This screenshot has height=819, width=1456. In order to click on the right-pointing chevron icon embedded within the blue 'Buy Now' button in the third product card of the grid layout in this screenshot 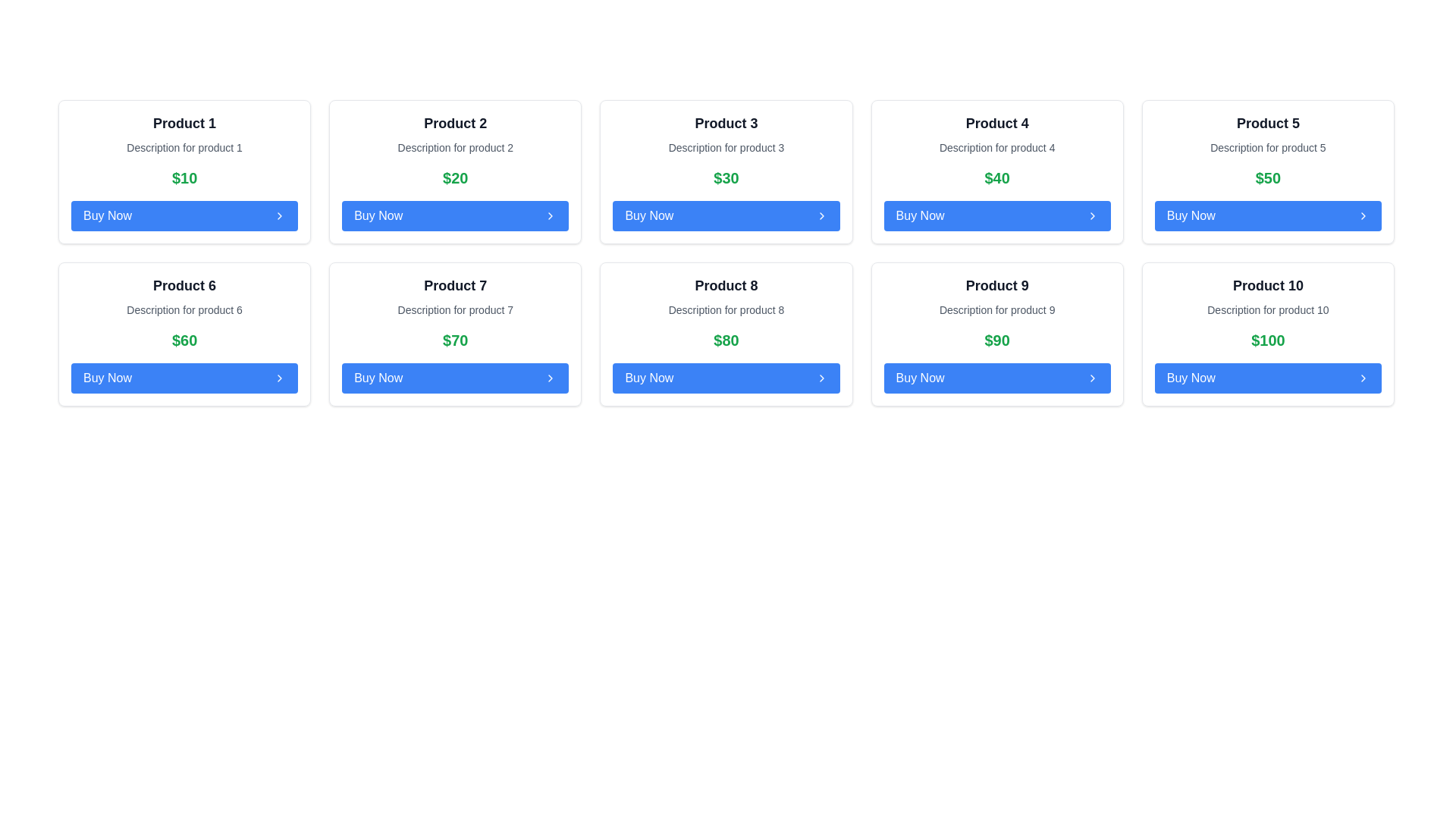, I will do `click(821, 216)`.